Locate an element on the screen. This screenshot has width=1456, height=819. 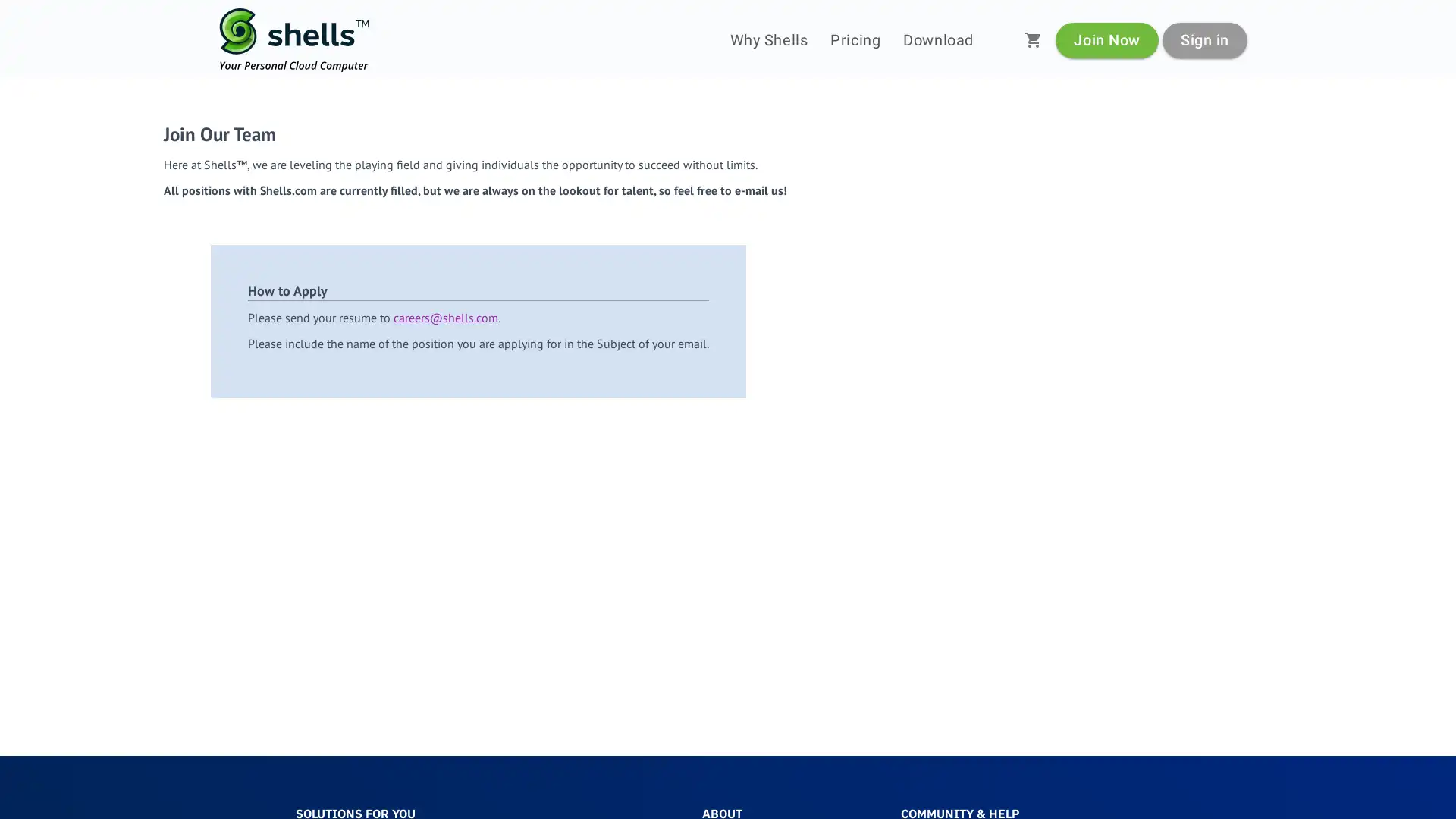
Why Shells is located at coordinates (768, 39).